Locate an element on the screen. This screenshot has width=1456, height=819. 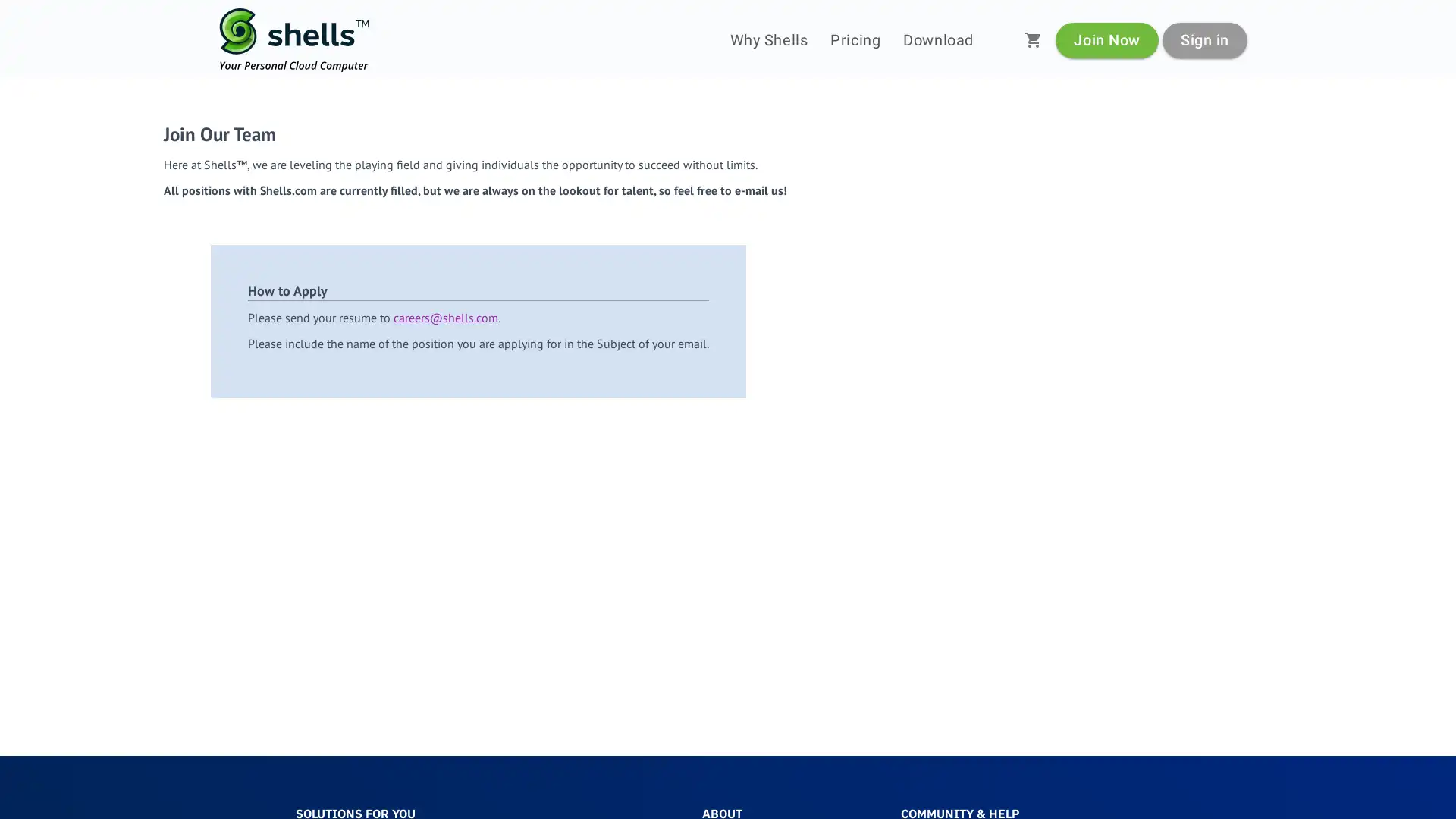
Why Shells is located at coordinates (768, 39).